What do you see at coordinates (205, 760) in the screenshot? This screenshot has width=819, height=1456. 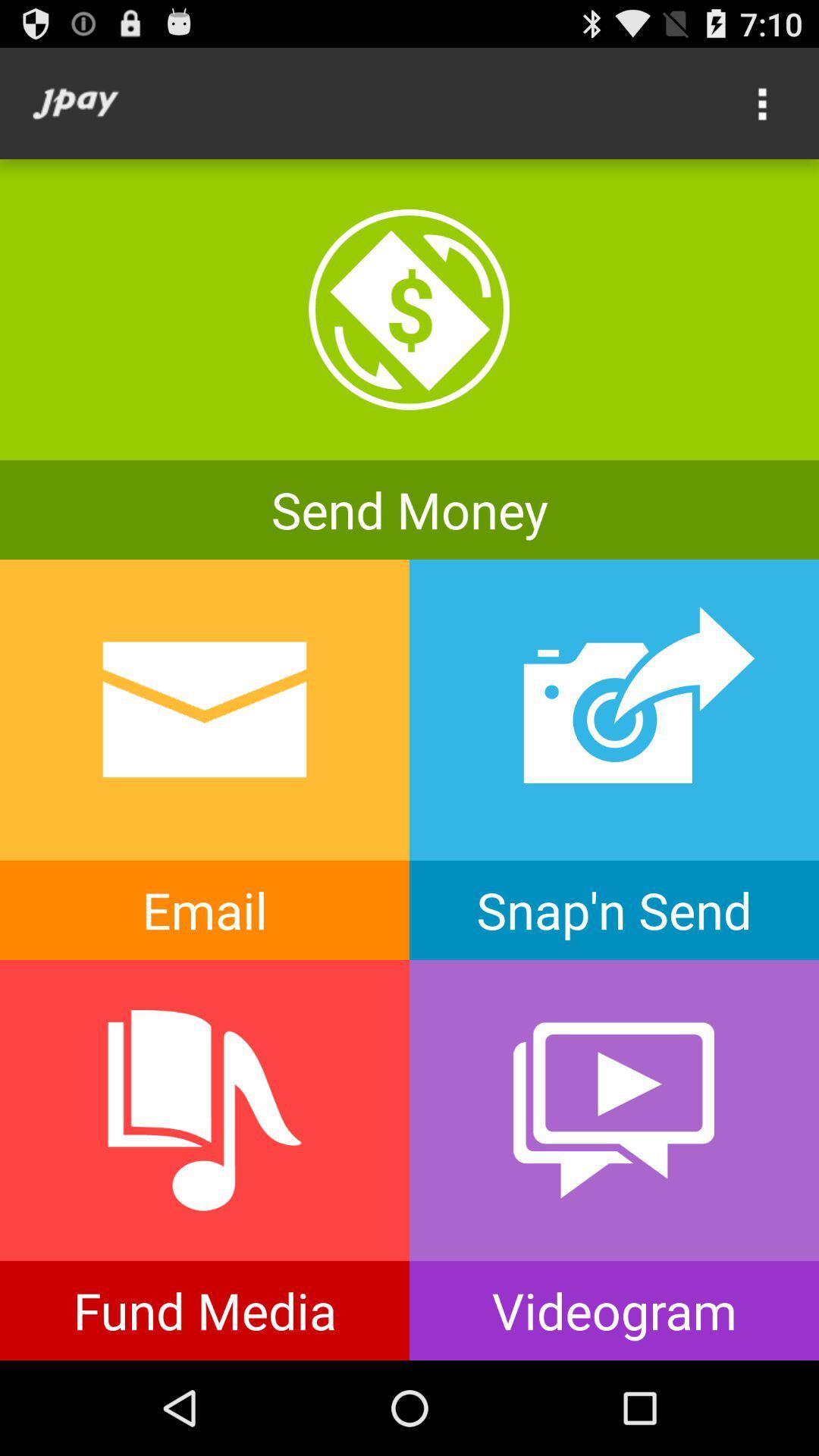 I see `email the article` at bounding box center [205, 760].